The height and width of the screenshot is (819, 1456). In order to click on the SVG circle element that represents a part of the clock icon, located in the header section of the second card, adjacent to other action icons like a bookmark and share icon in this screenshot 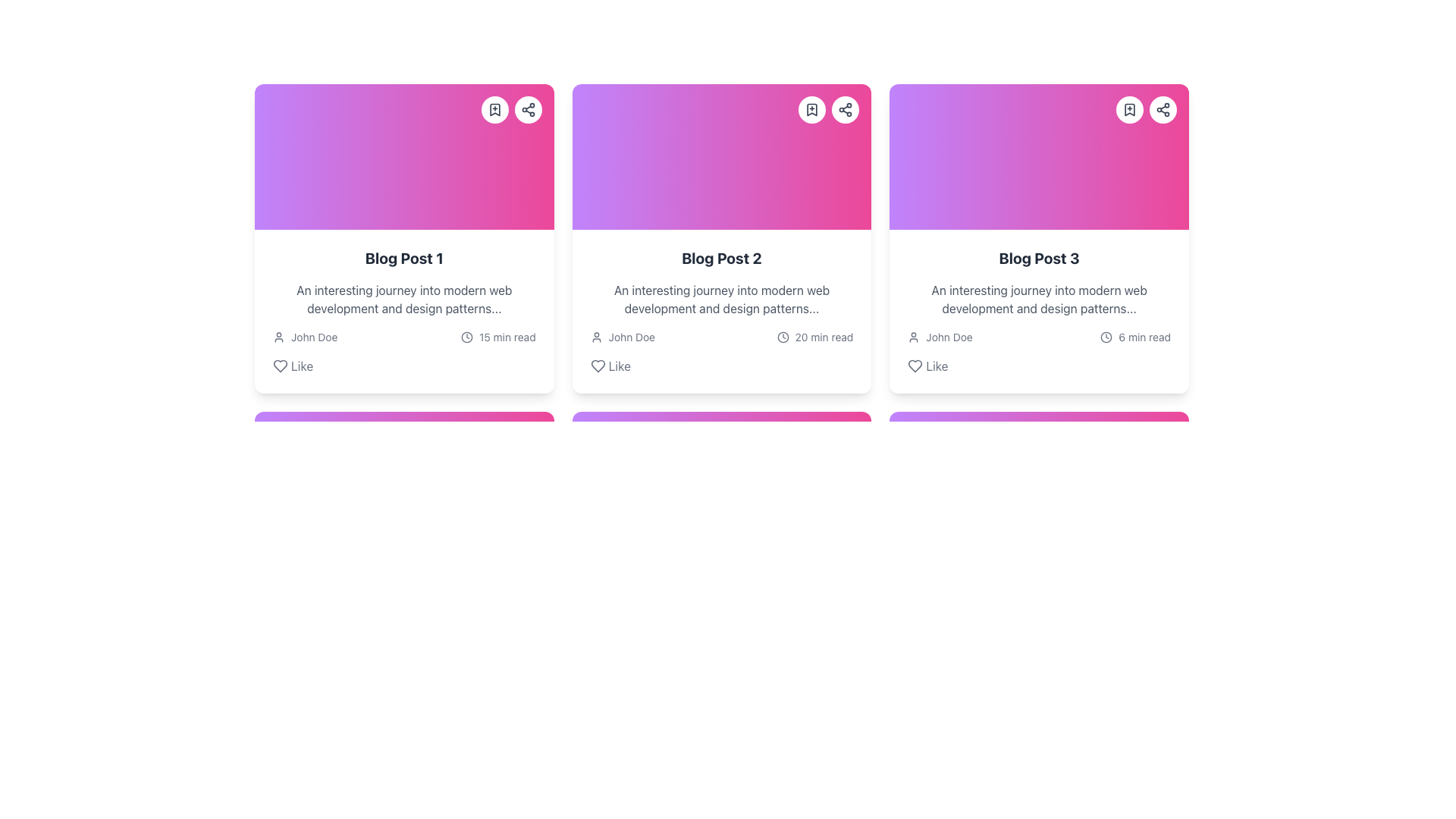, I will do `click(783, 336)`.